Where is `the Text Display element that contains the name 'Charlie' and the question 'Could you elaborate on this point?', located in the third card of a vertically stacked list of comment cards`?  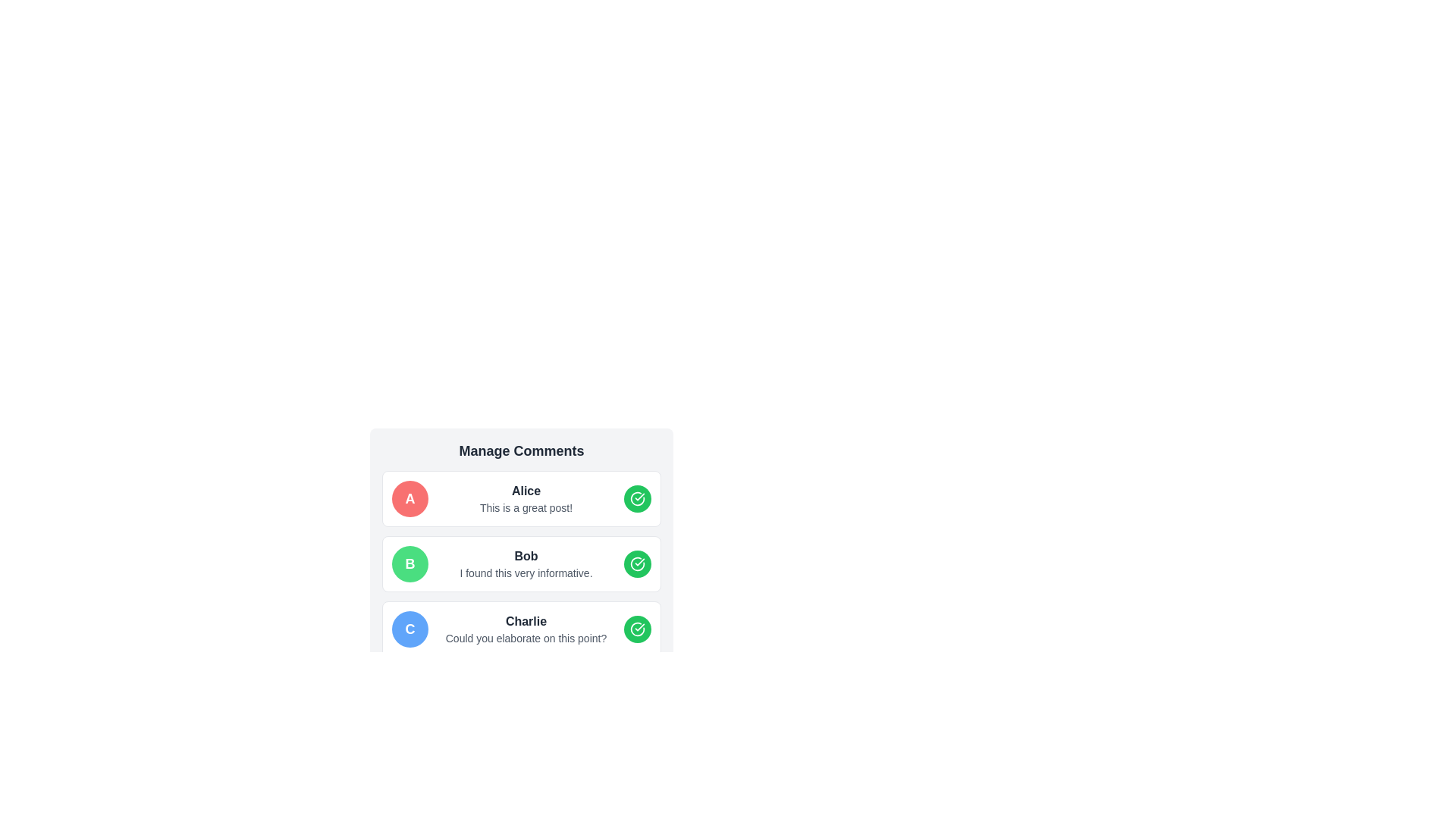
the Text Display element that contains the name 'Charlie' and the question 'Could you elaborate on this point?', located in the third card of a vertically stacked list of comment cards is located at coordinates (526, 629).